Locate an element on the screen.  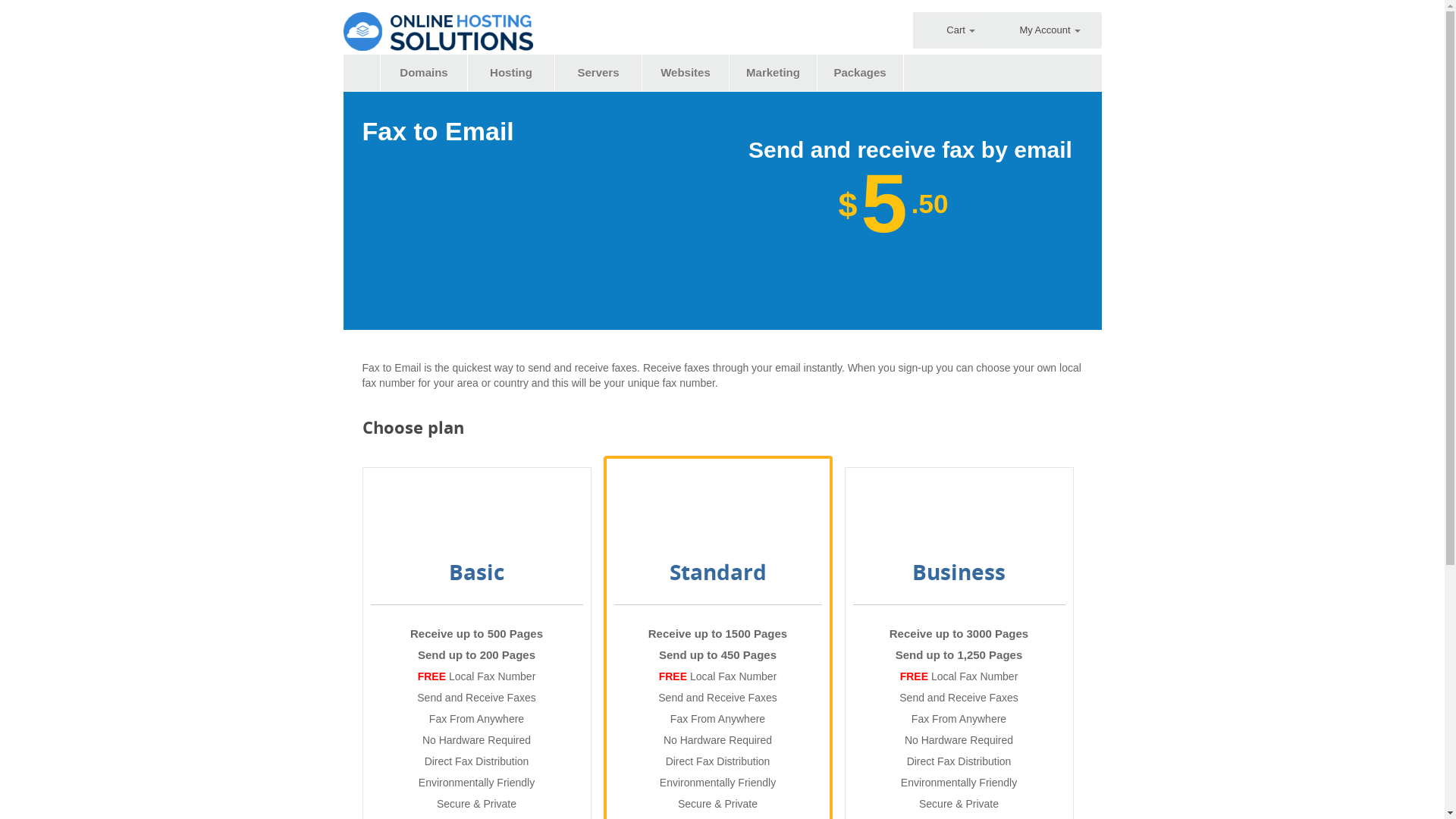
'Websites' is located at coordinates (686, 73).